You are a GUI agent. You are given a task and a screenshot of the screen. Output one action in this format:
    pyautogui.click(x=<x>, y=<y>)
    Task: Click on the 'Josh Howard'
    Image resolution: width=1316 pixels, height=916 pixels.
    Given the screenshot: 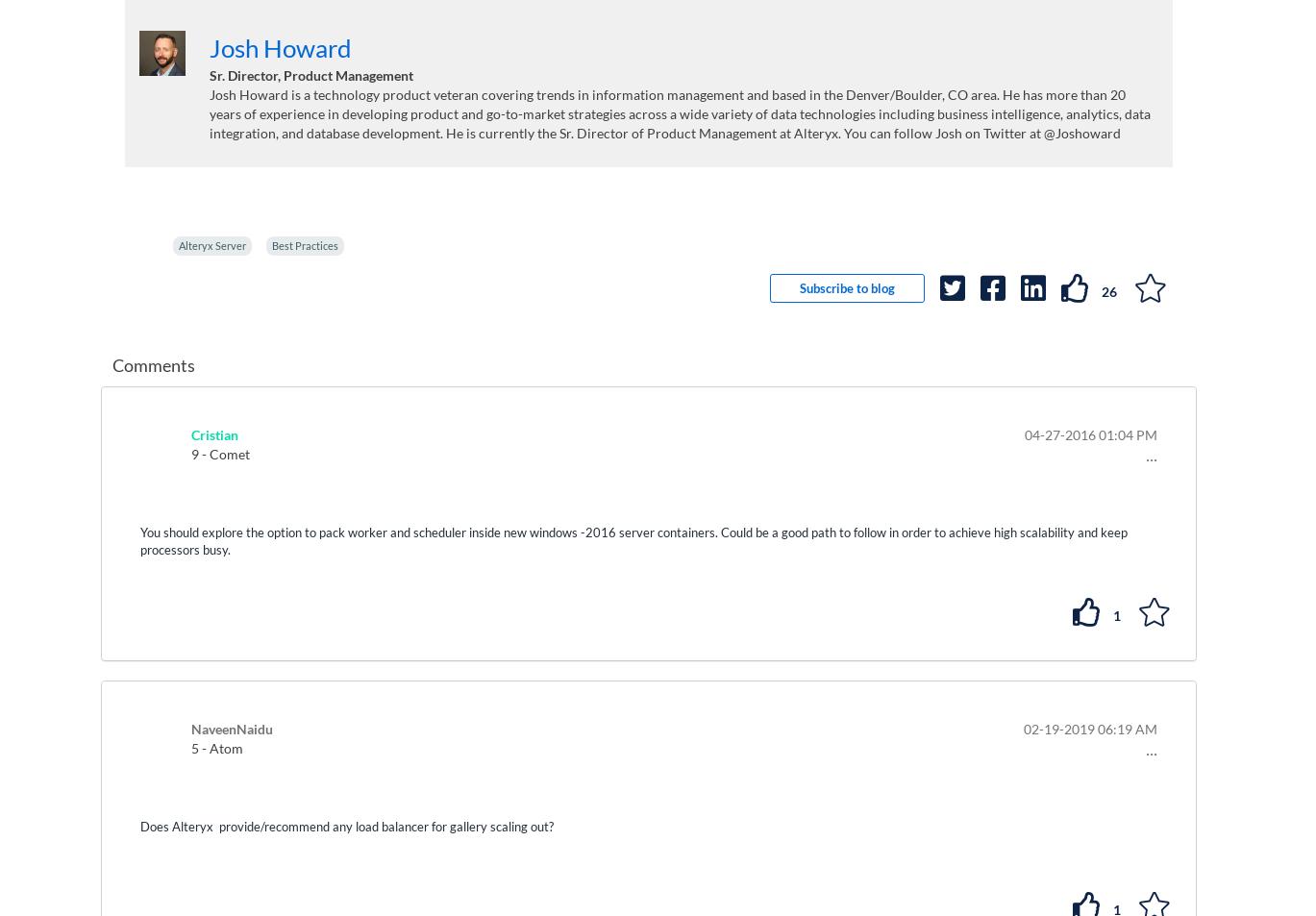 What is the action you would take?
    pyautogui.click(x=279, y=45)
    